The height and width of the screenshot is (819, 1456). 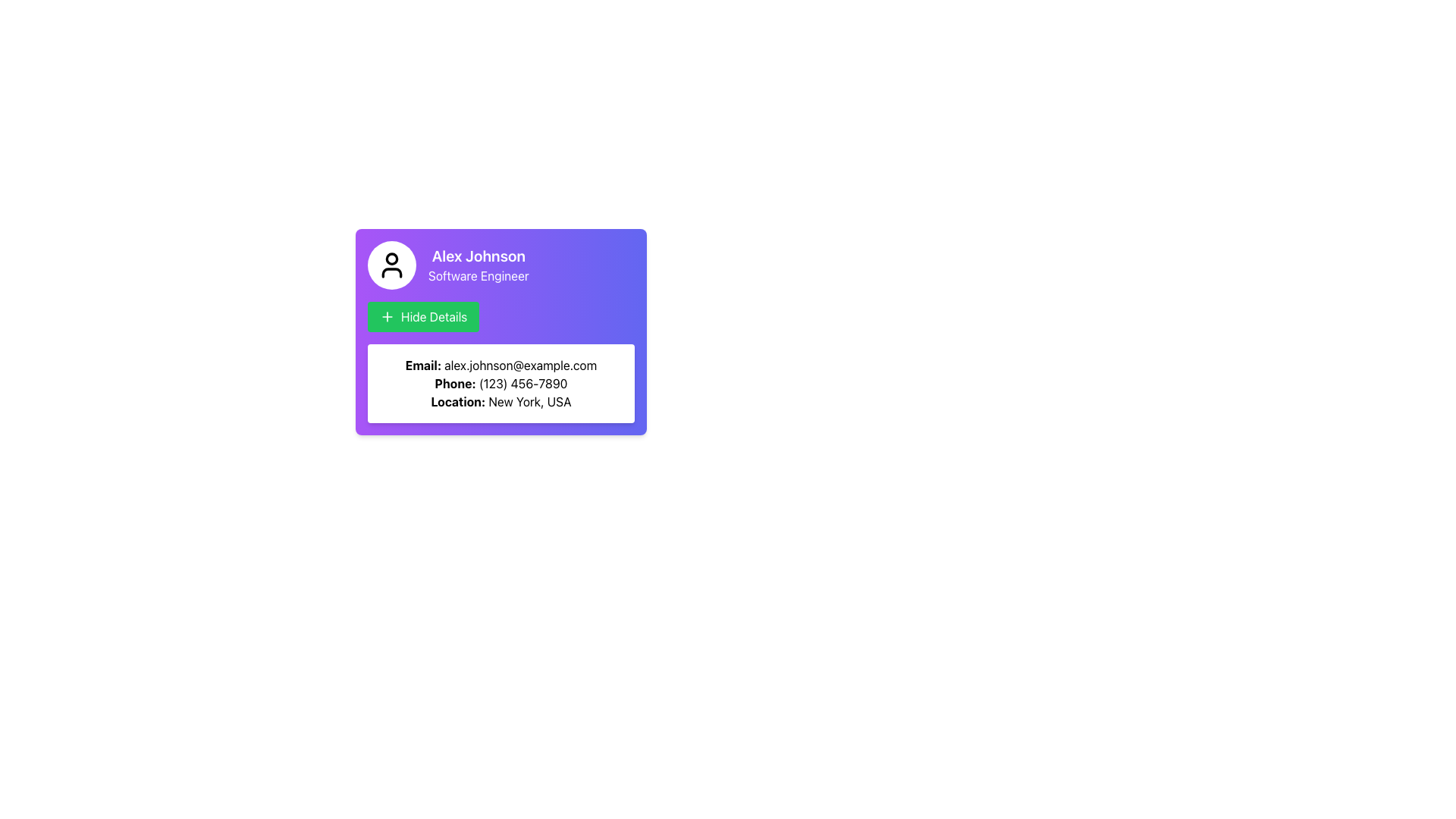 What do you see at coordinates (501, 265) in the screenshot?
I see `the text content displaying 'Alex Johnson' and 'Software Engineer' with a user icon on the left, located on a purple-to-indigo gradient background` at bounding box center [501, 265].